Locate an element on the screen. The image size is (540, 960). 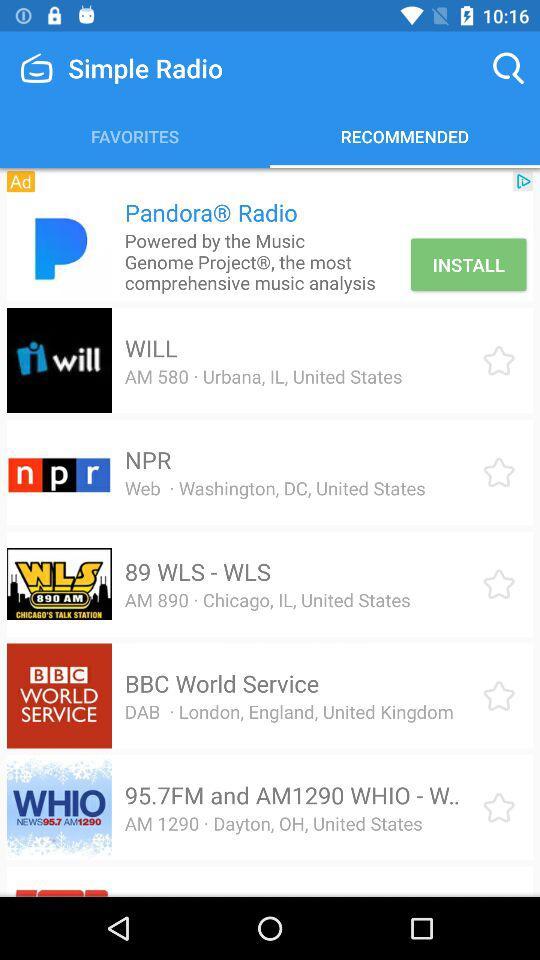
item below npr is located at coordinates (274, 487).